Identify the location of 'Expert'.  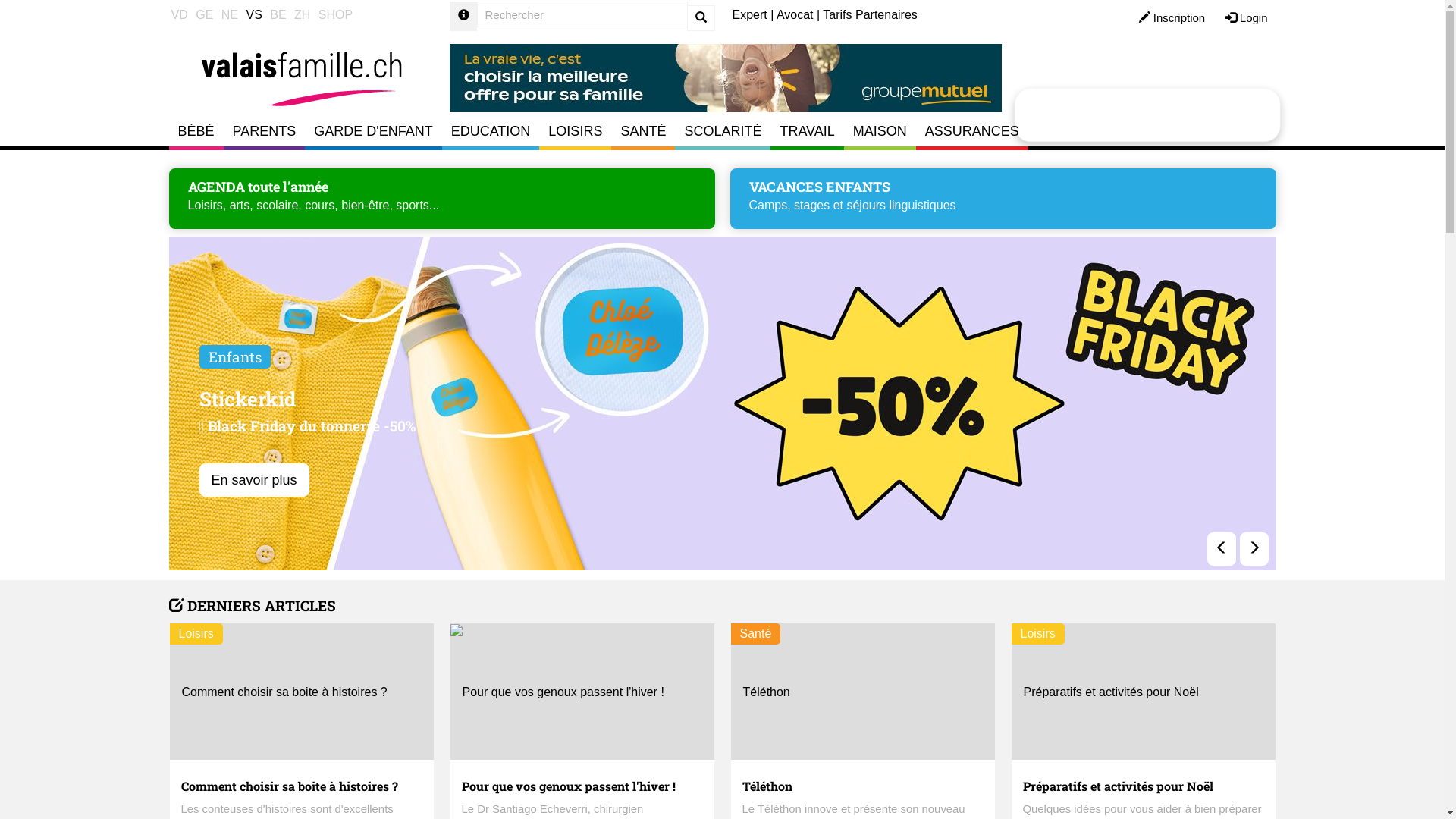
(749, 14).